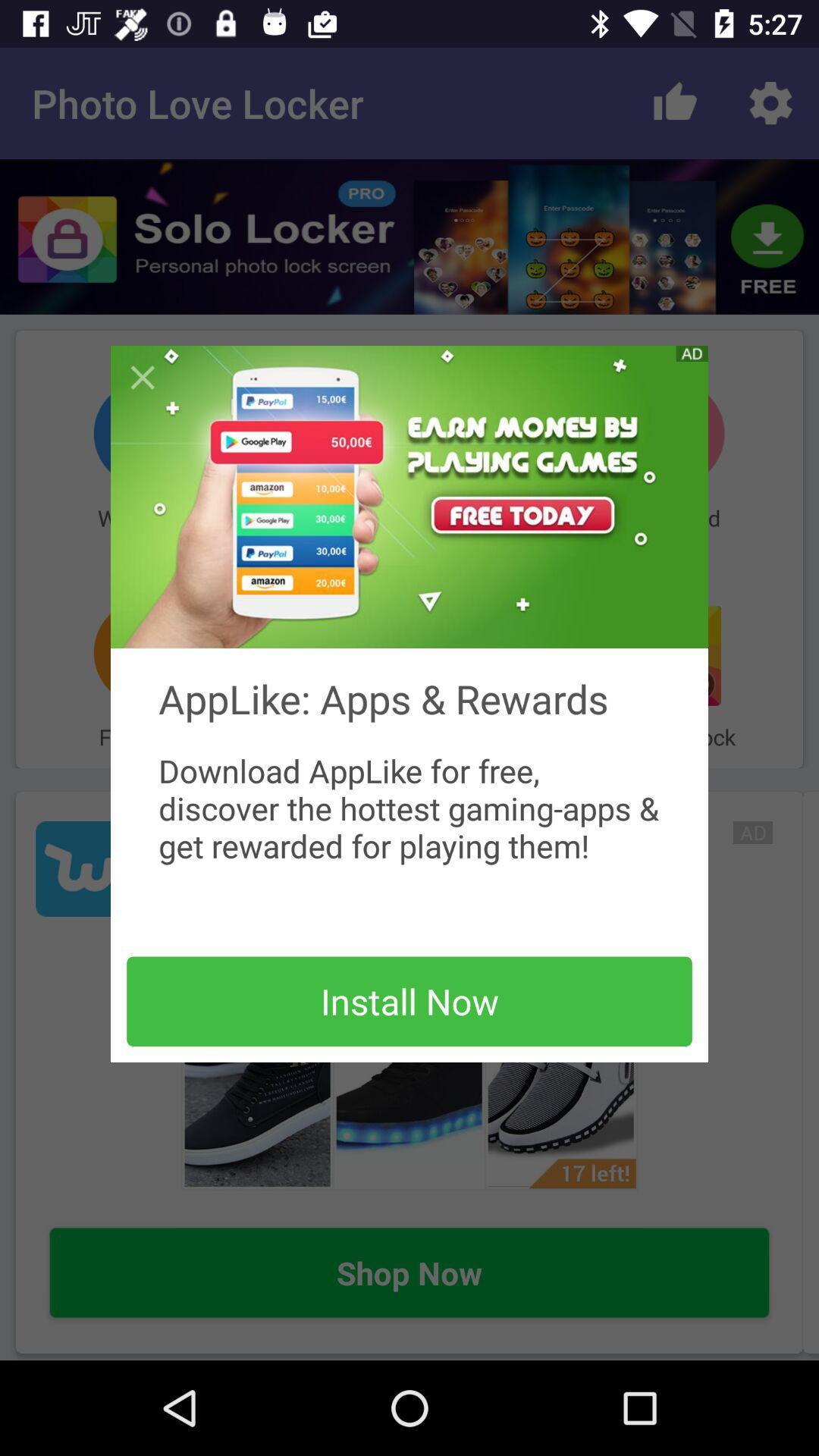  Describe the element at coordinates (409, 497) in the screenshot. I see `the advertisement` at that location.